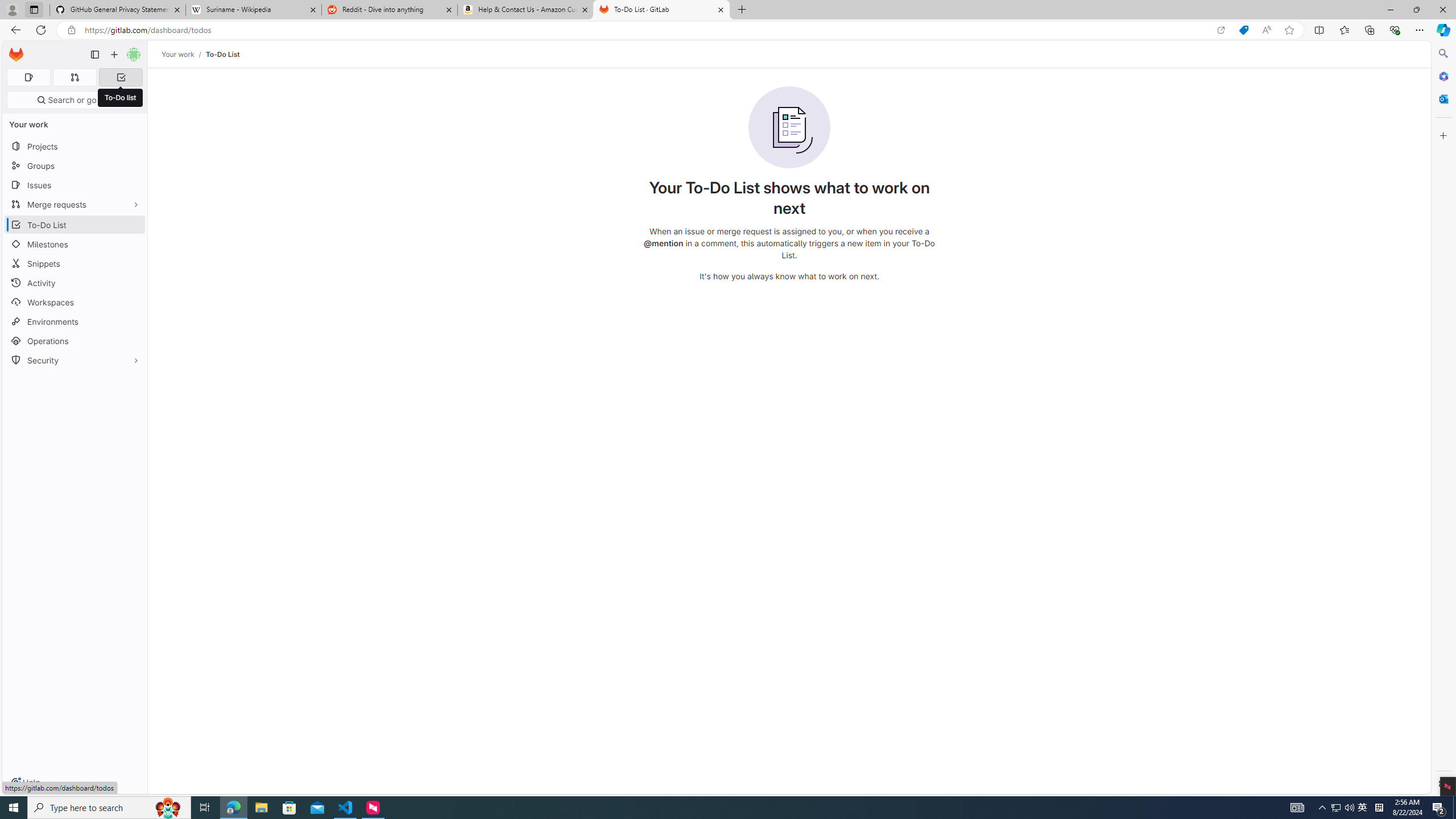 The height and width of the screenshot is (819, 1456). What do you see at coordinates (74, 263) in the screenshot?
I see `'Snippets'` at bounding box center [74, 263].